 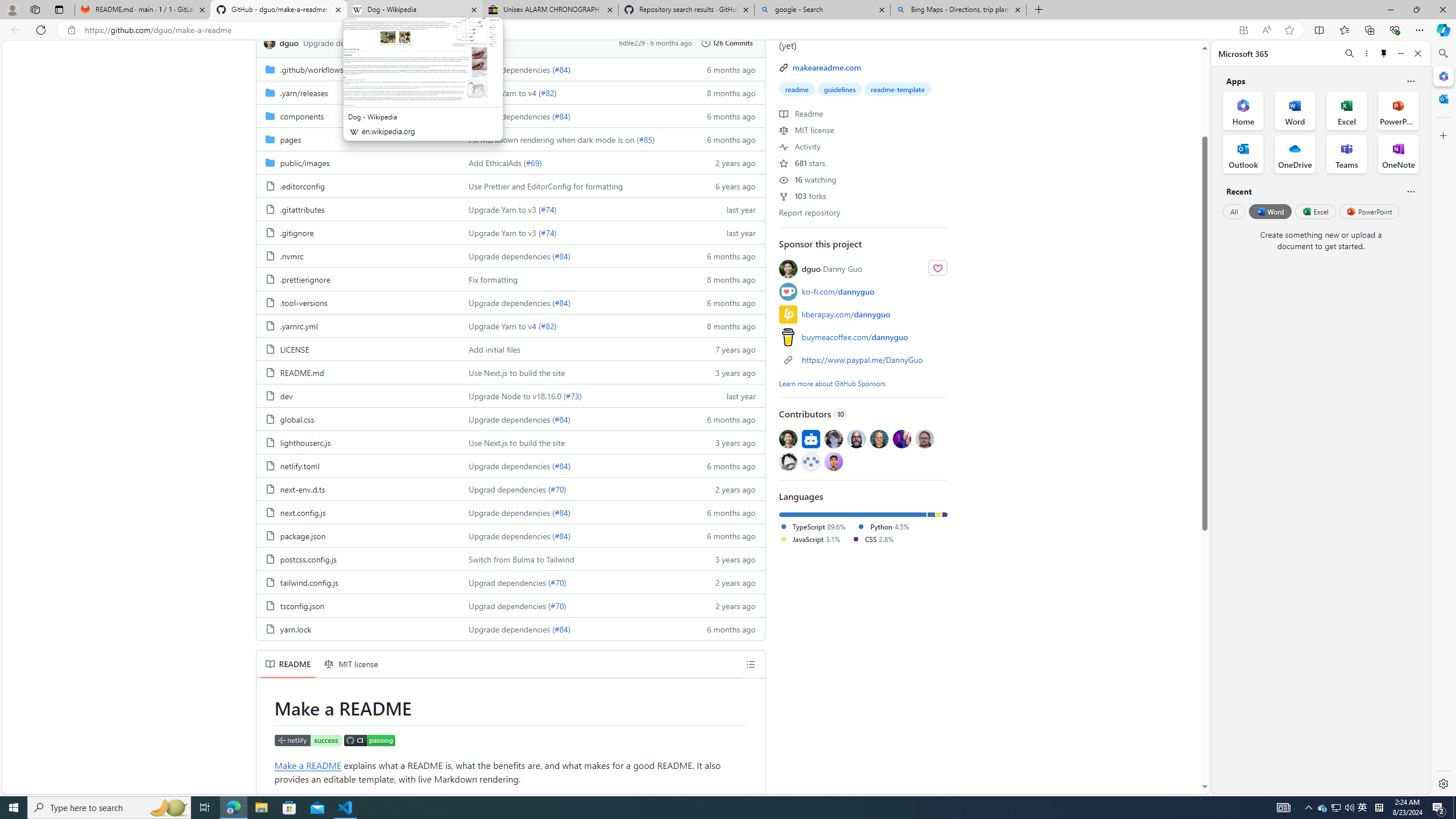 I want to click on 'Upgrade Yarn to v4 (#82)', so click(x=573, y=325).